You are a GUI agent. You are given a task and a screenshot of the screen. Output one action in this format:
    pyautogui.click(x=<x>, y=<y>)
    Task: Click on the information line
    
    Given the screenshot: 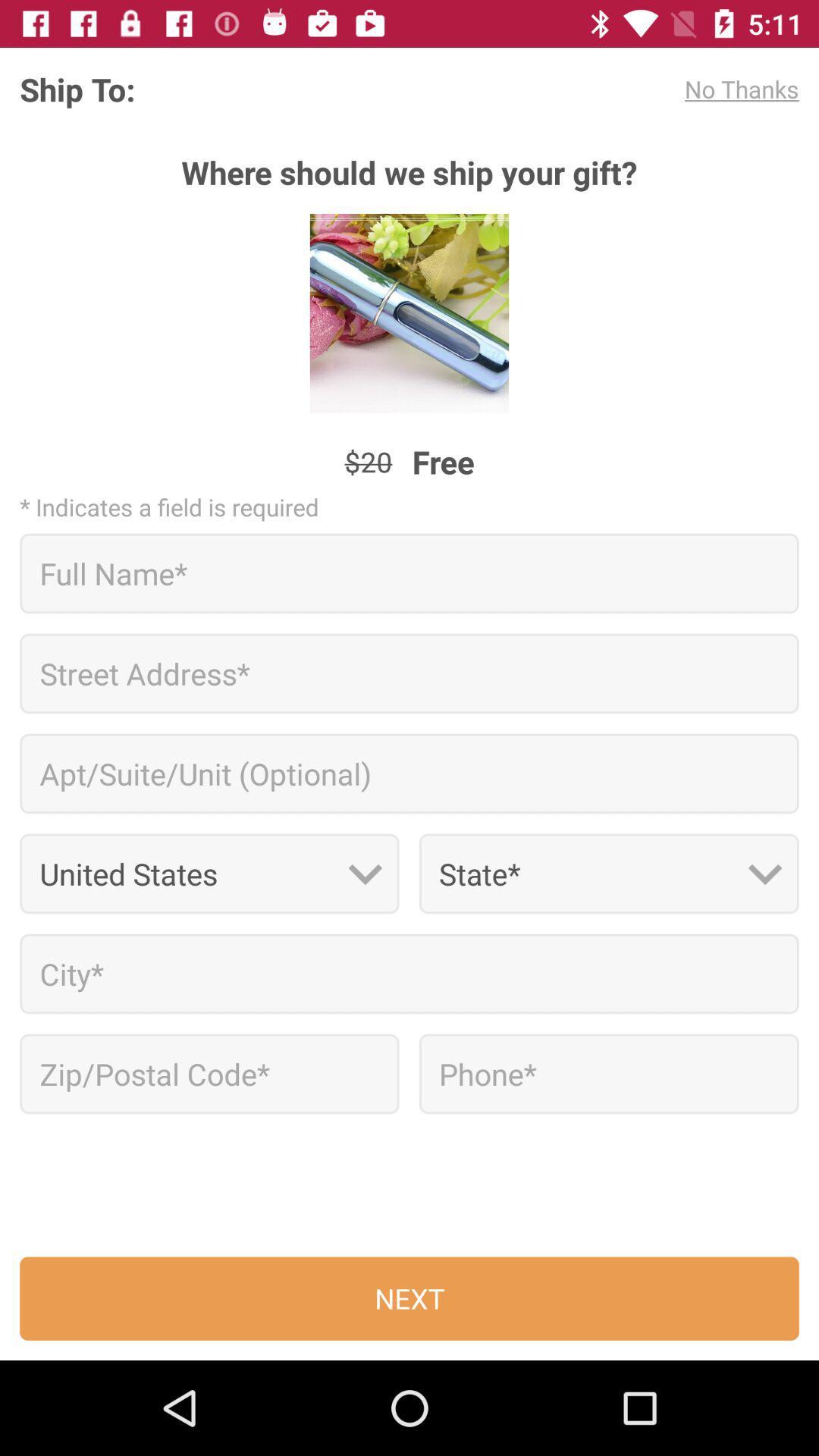 What is the action you would take?
    pyautogui.click(x=409, y=673)
    